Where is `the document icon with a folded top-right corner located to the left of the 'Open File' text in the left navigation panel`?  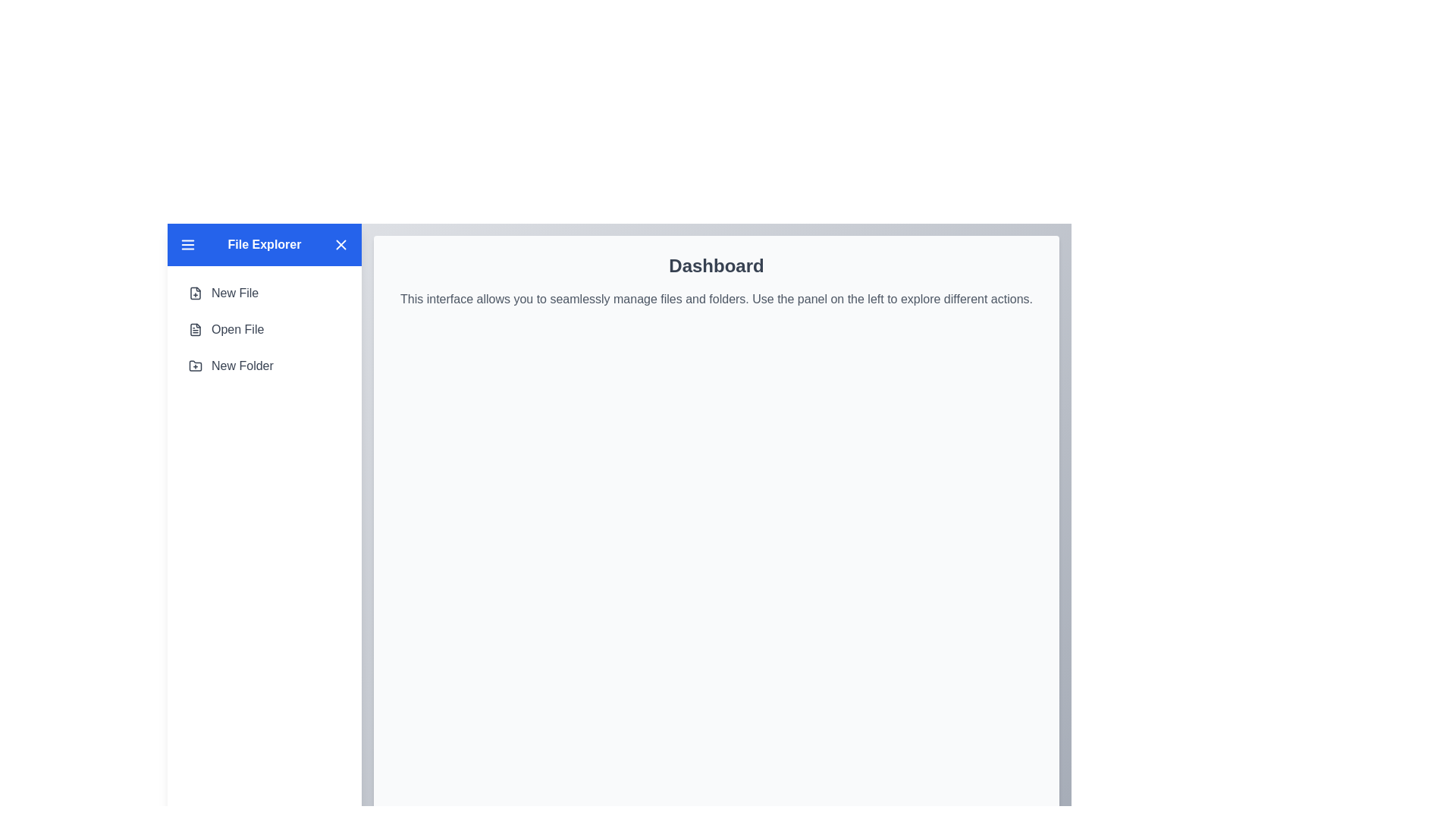
the document icon with a folded top-right corner located to the left of the 'Open File' text in the left navigation panel is located at coordinates (195, 329).